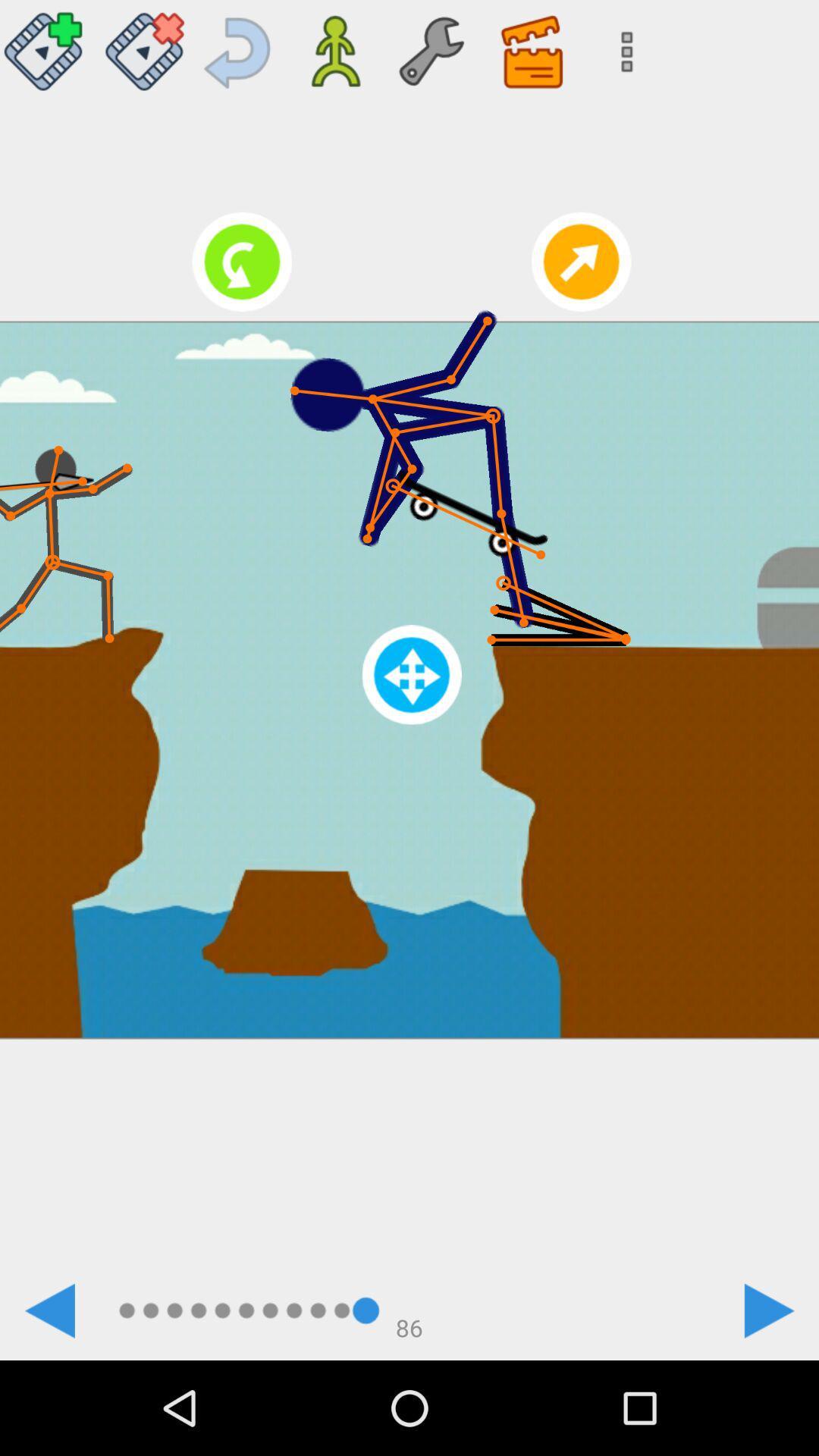  What do you see at coordinates (47, 45) in the screenshot?
I see `video` at bounding box center [47, 45].